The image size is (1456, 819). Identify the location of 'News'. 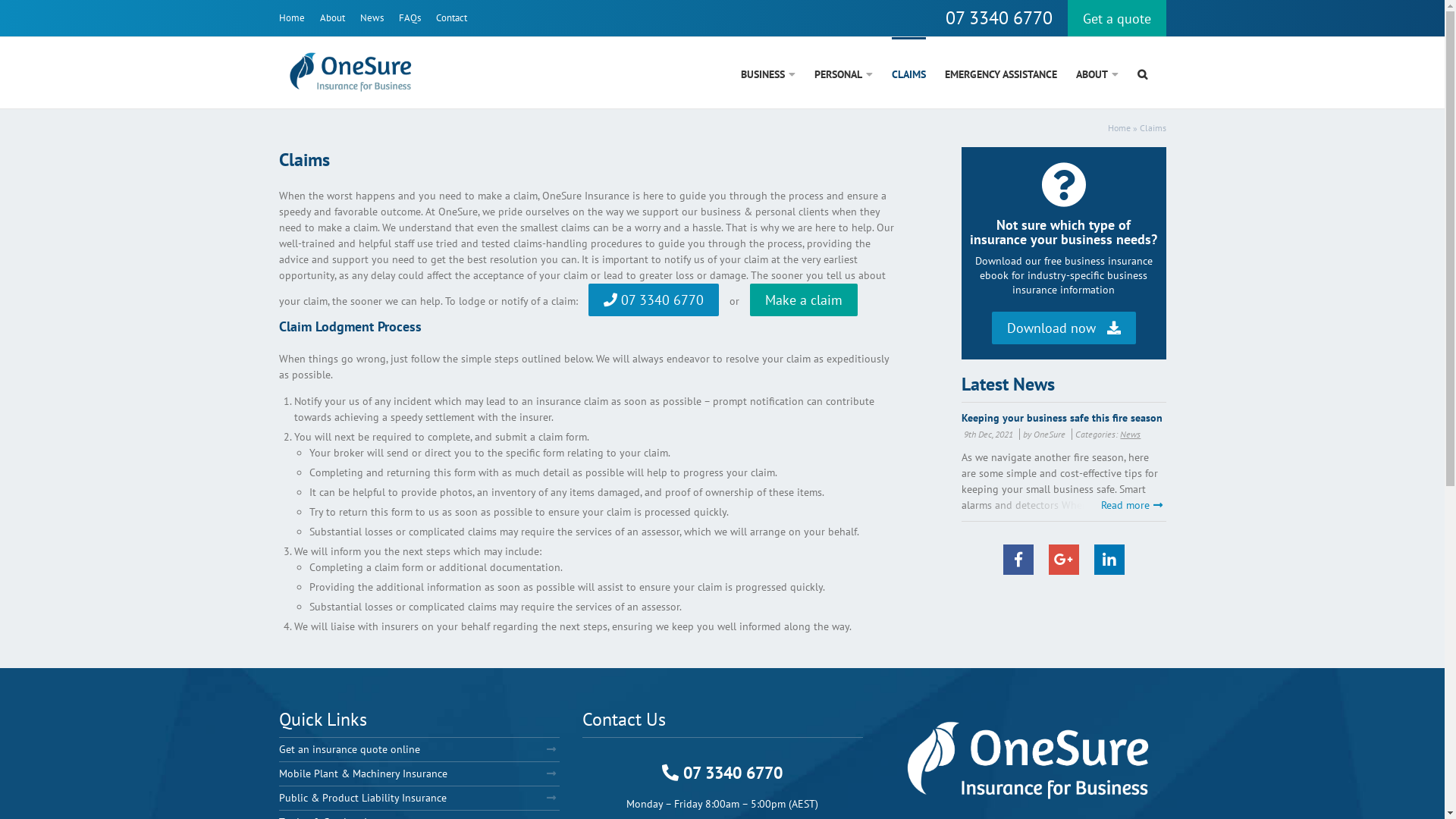
(1130, 433).